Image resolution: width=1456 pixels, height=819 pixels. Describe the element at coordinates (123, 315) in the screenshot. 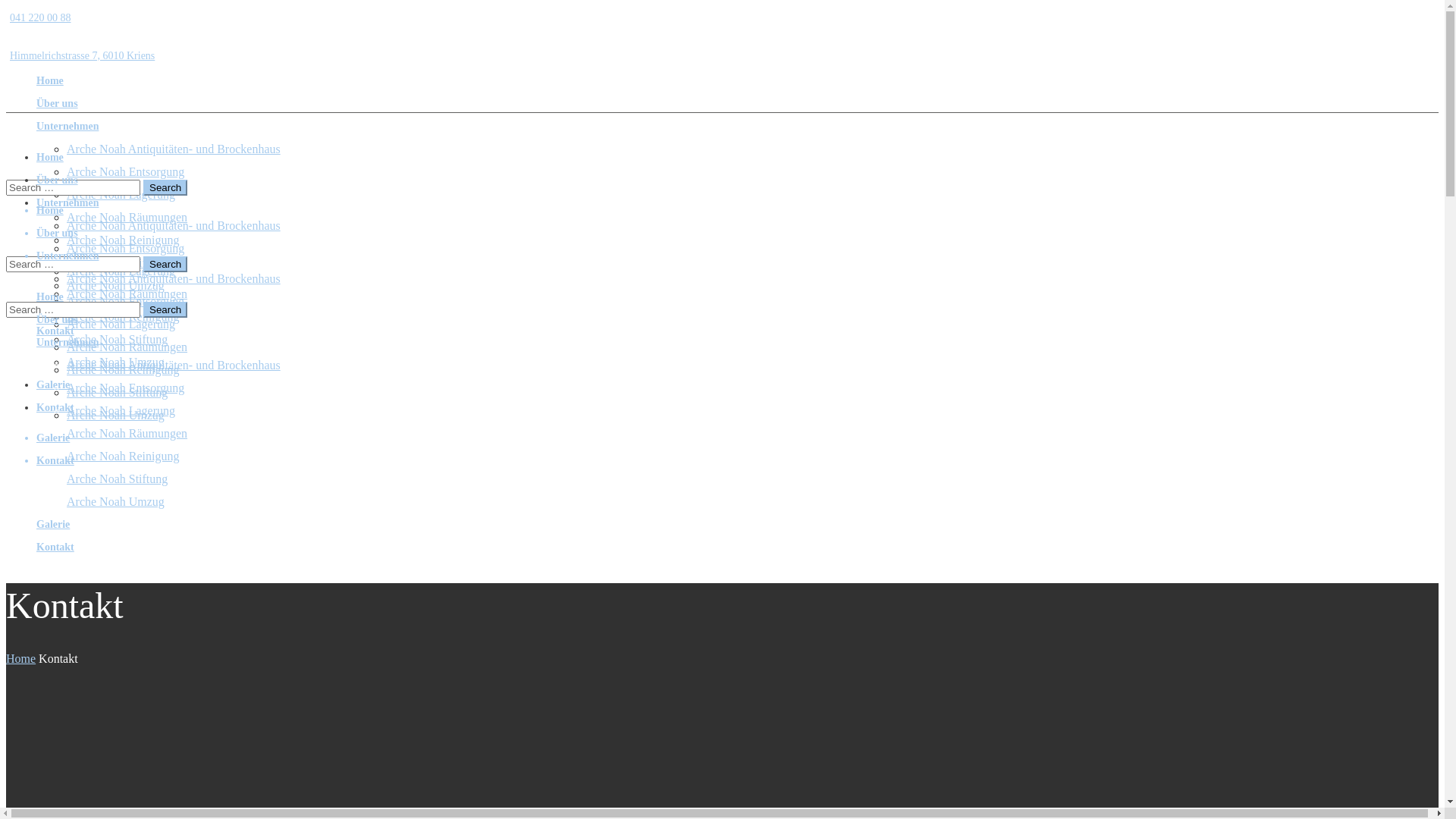

I see `'Arche Noah Reinigung'` at that location.